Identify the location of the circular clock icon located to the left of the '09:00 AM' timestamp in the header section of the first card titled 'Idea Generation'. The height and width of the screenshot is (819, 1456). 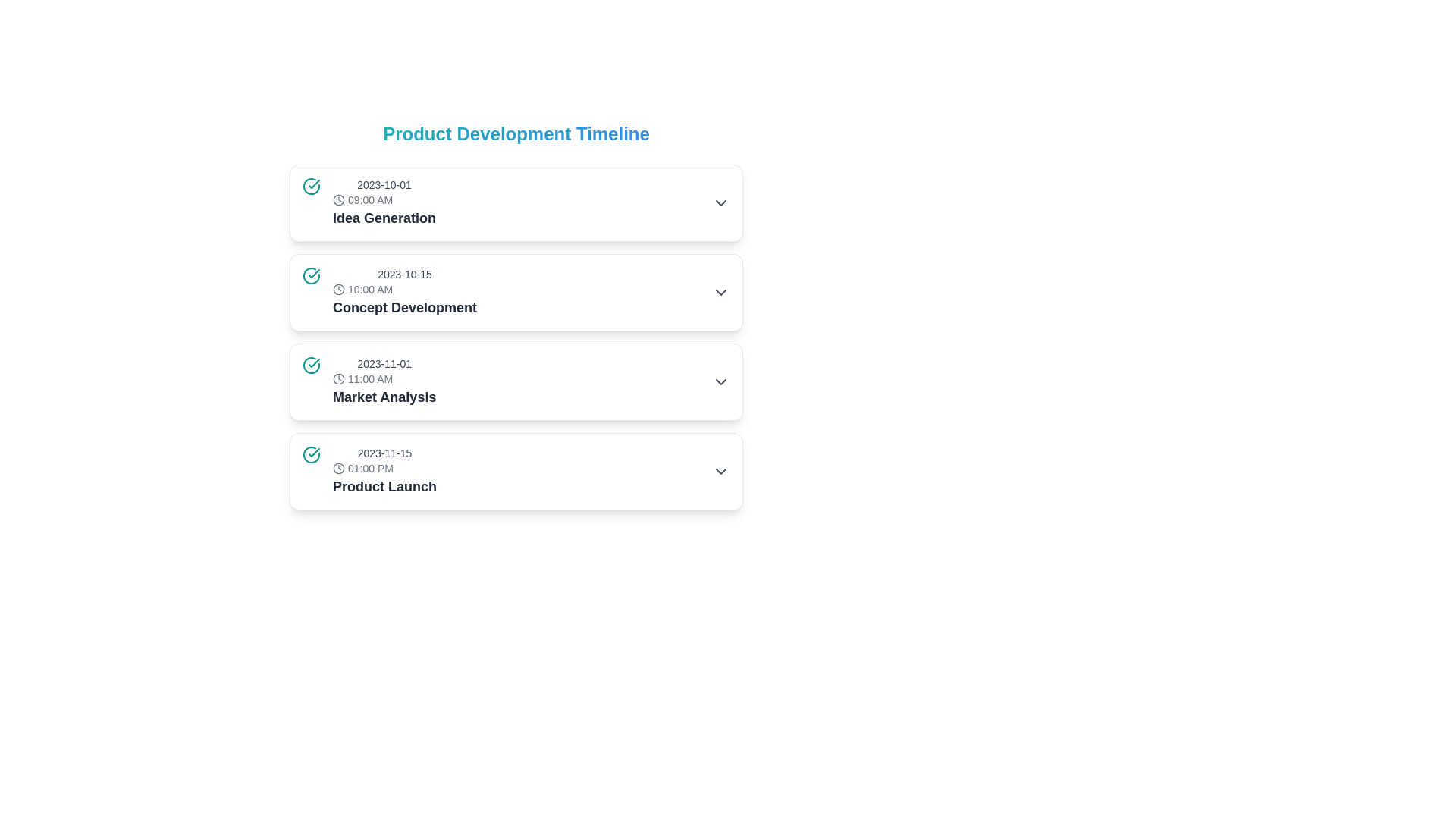
(337, 199).